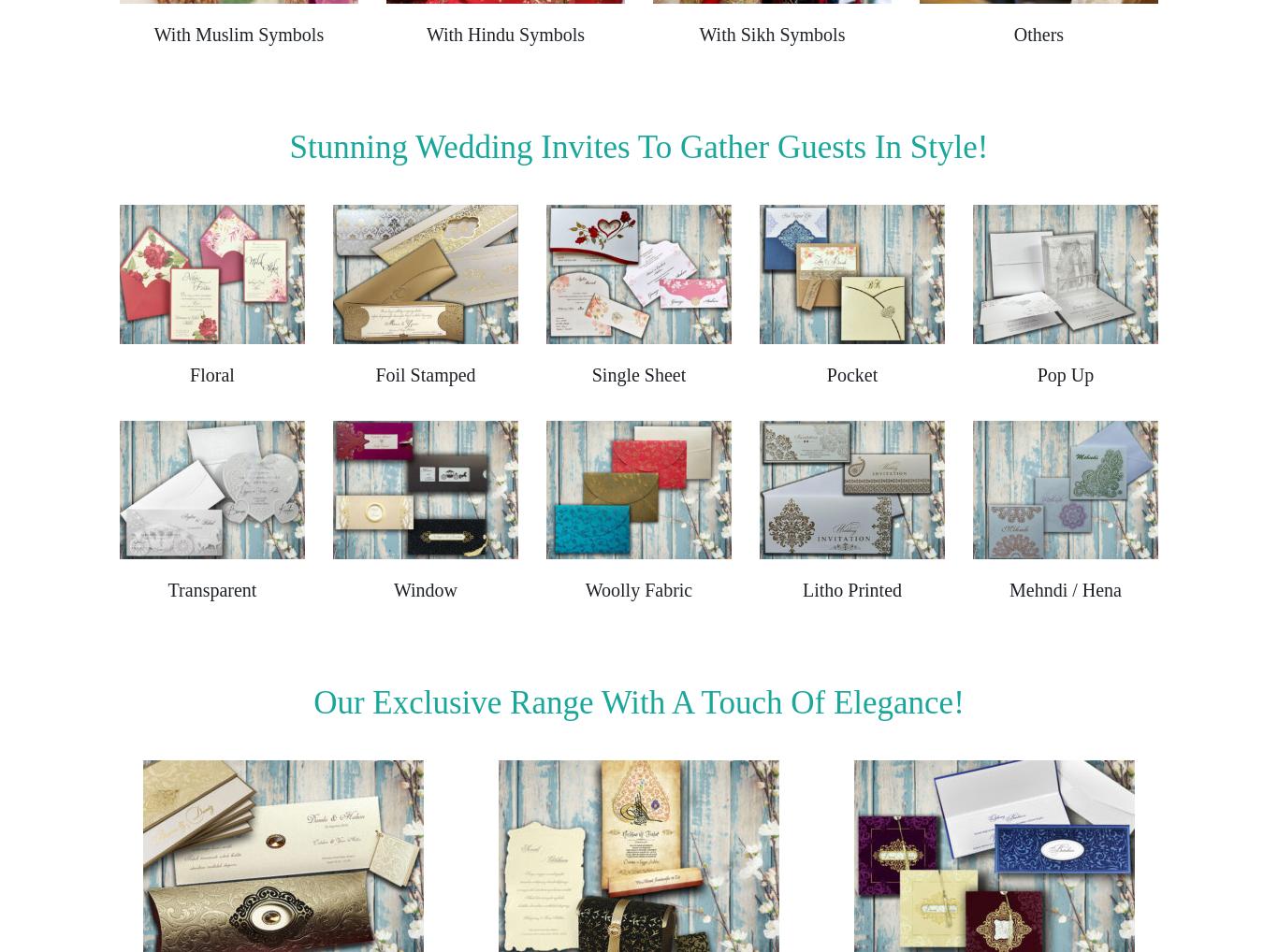 Image resolution: width=1278 pixels, height=952 pixels. I want to click on 'Pocket', so click(824, 373).